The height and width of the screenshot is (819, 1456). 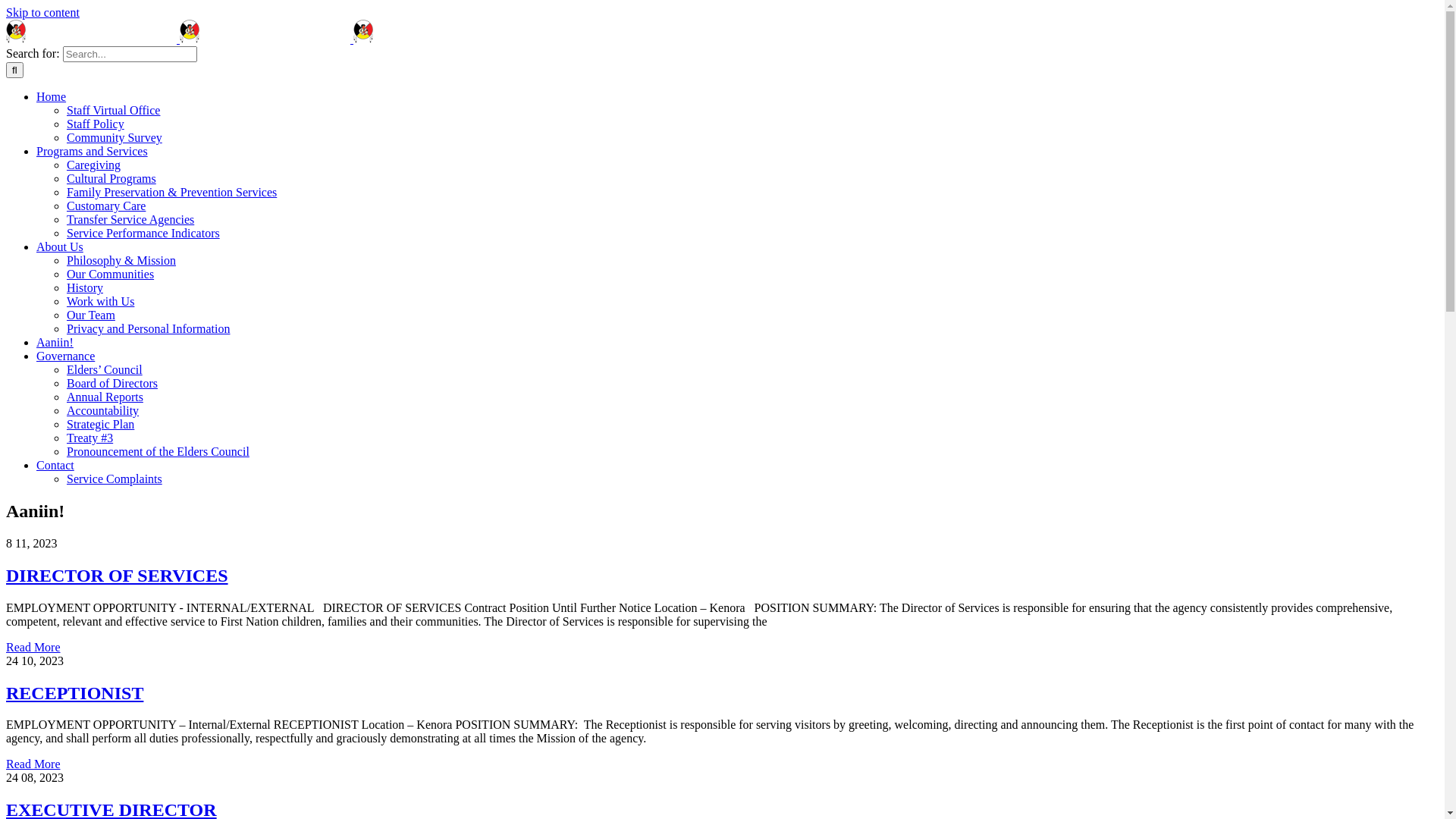 What do you see at coordinates (90, 314) in the screenshot?
I see `'Our Team'` at bounding box center [90, 314].